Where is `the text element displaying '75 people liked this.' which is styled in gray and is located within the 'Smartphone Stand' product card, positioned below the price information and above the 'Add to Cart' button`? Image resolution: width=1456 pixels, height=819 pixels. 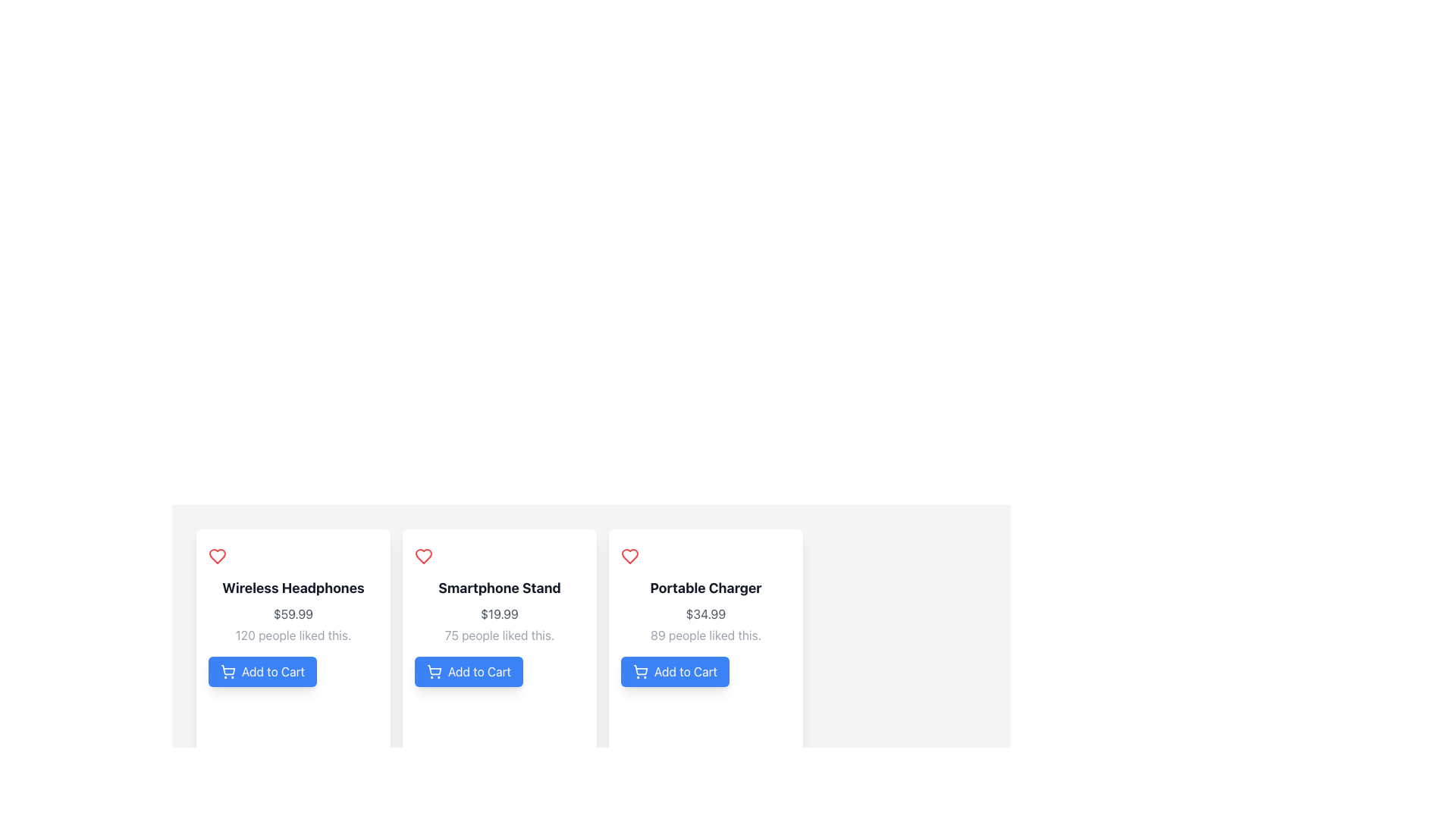
the text element displaying '75 people liked this.' which is styled in gray and is located within the 'Smartphone Stand' product card, positioned below the price information and above the 'Add to Cart' button is located at coordinates (499, 635).